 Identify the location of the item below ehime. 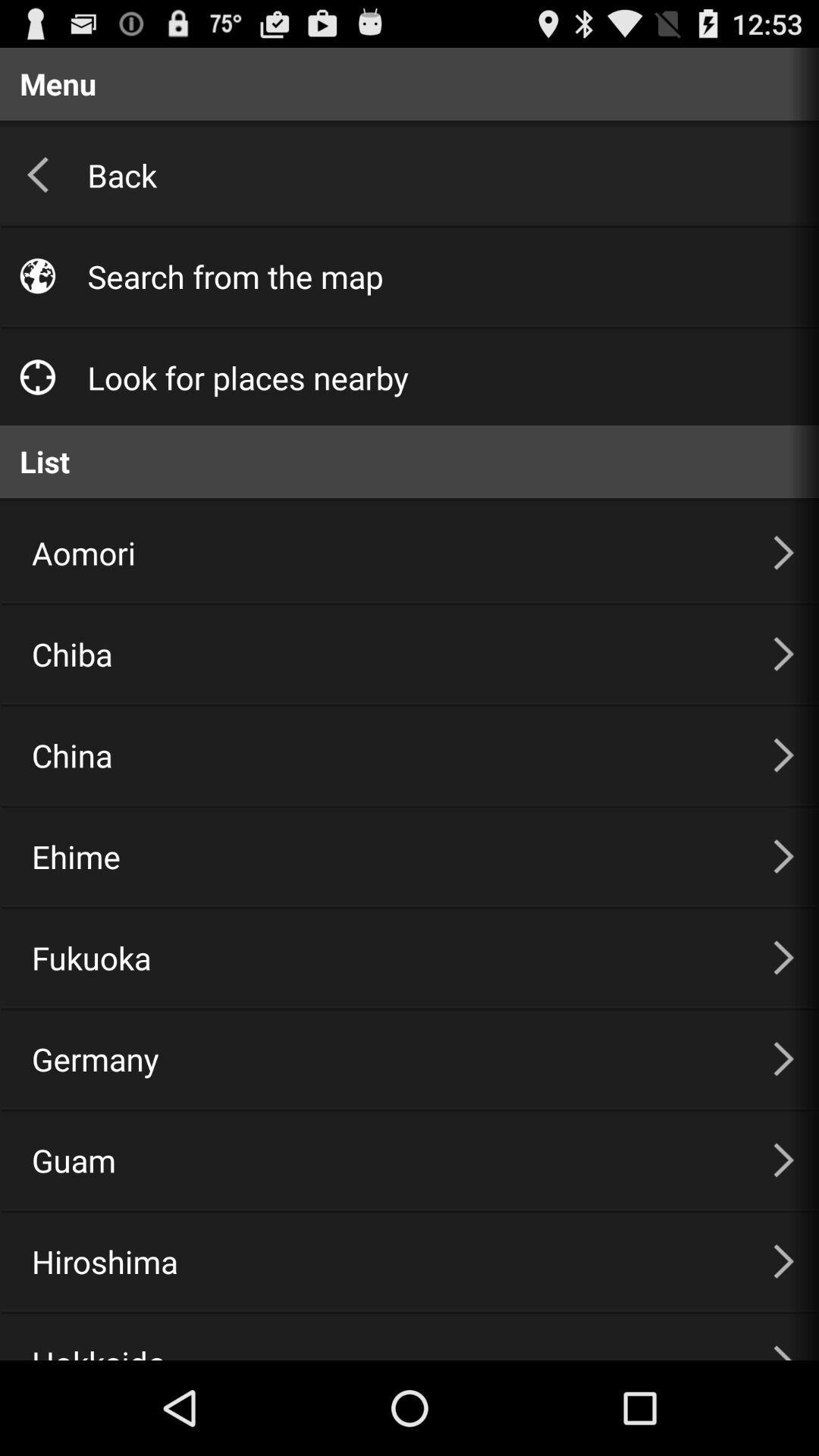
(383, 956).